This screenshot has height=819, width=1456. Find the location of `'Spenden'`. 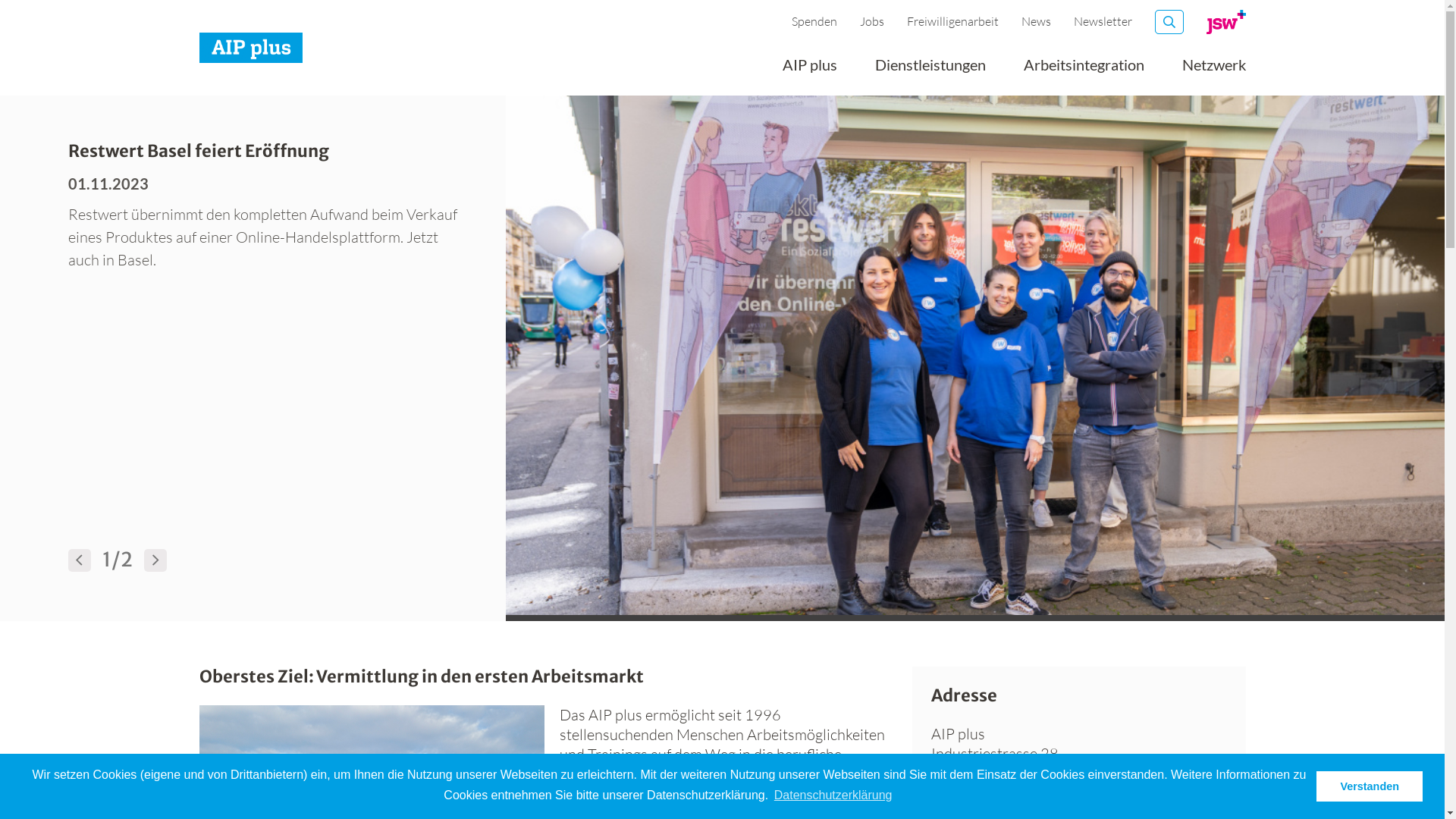

'Spenden' is located at coordinates (814, 20).